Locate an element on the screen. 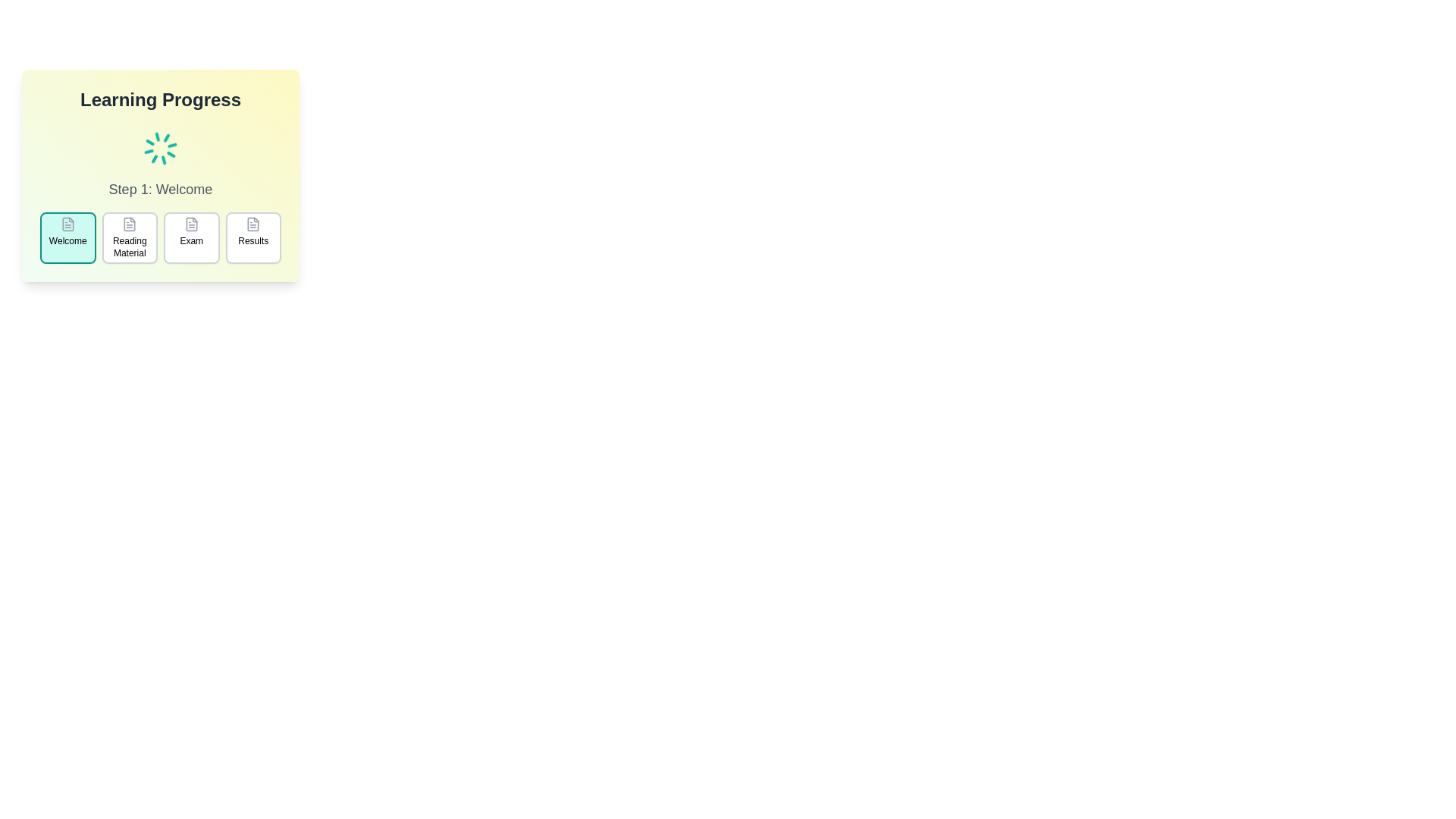 Image resolution: width=1456 pixels, height=819 pixels. the visual cue represented by the icon within the 'Welcome' button, which indicates the presence of associated document or file features is located at coordinates (67, 224).